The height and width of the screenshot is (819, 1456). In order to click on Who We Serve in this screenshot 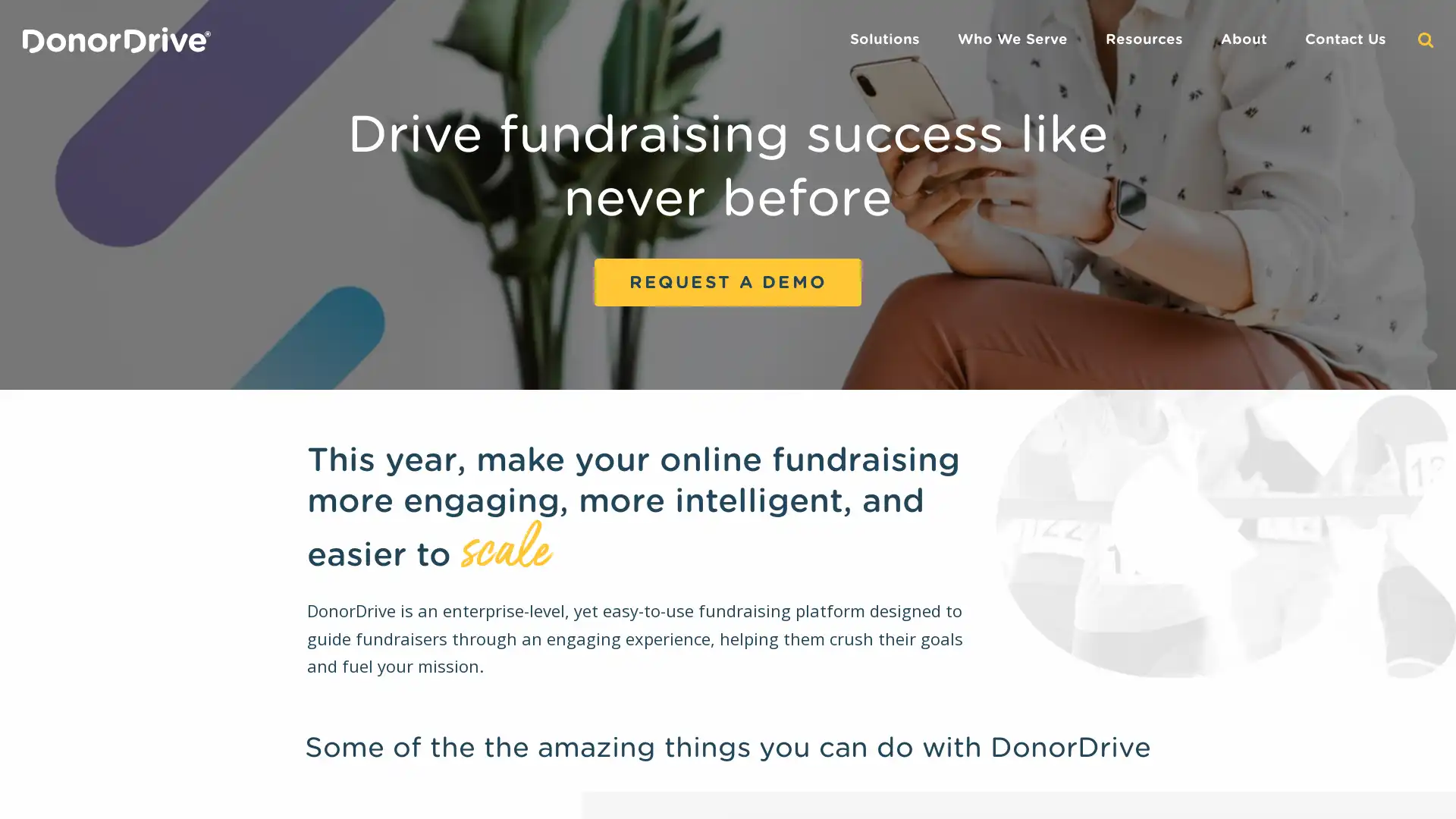, I will do `click(1012, 38)`.